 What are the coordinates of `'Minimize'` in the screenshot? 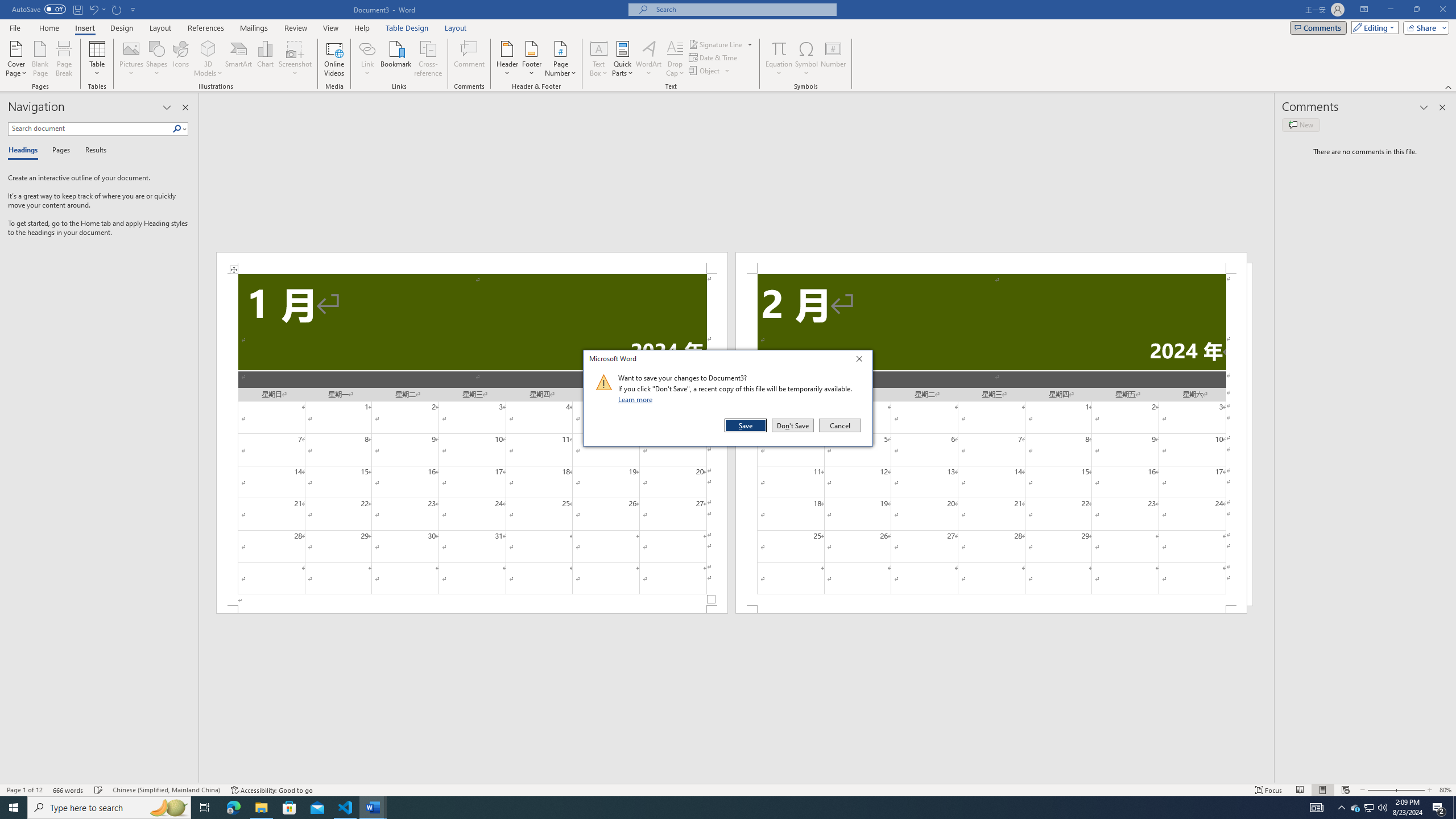 It's located at (1389, 9).